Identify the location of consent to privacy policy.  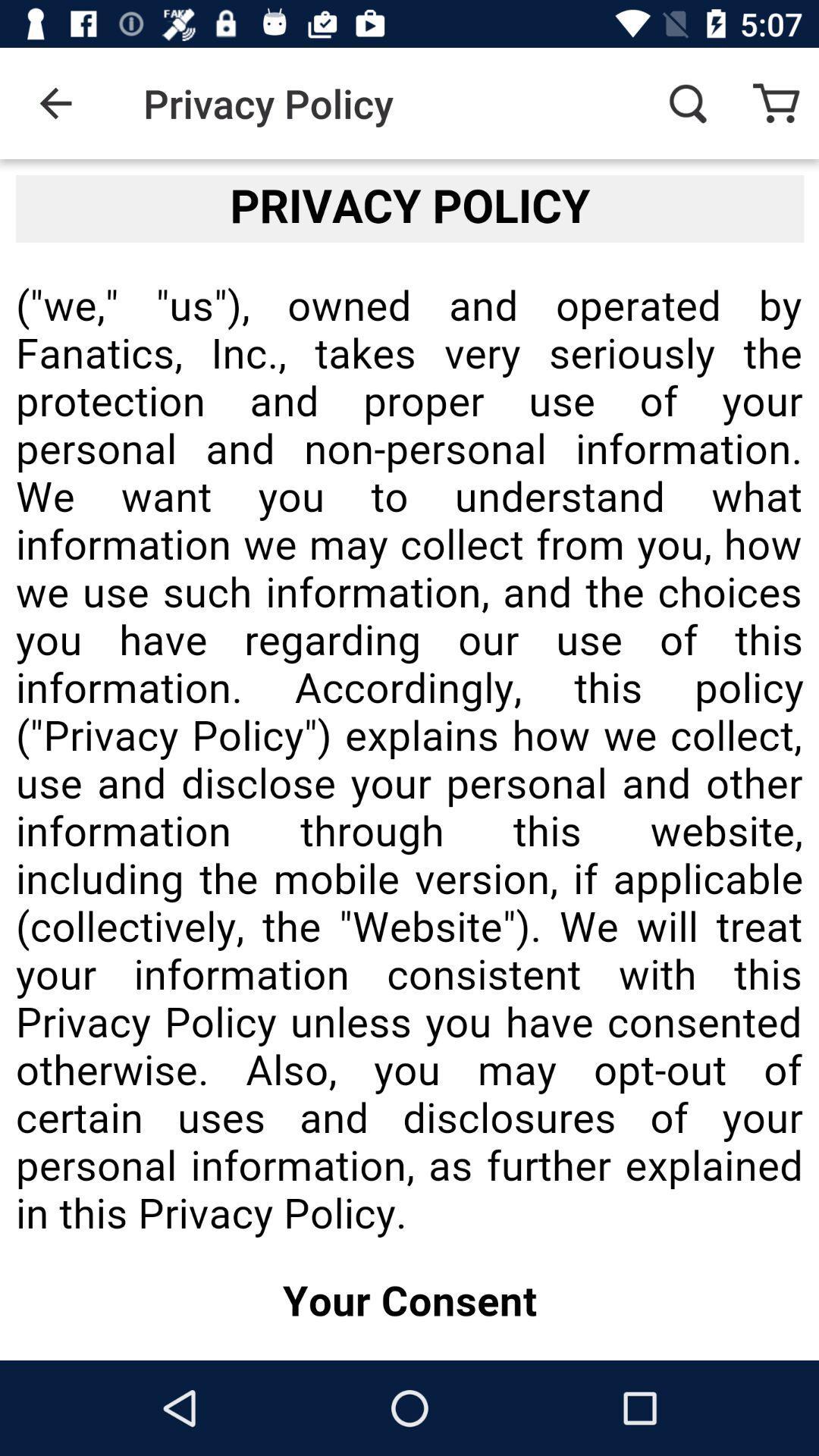
(409, 760).